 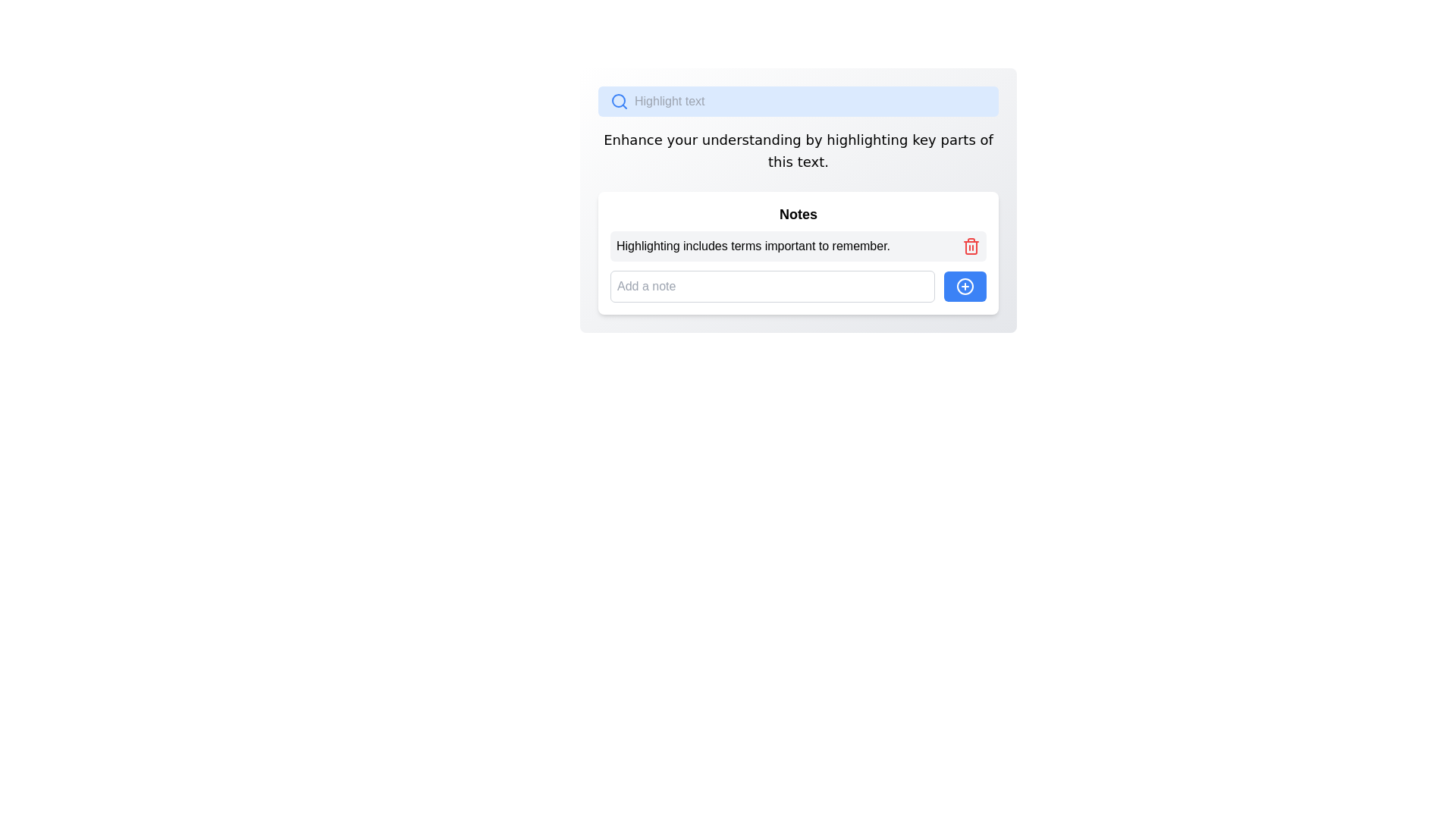 I want to click on the caret located between the letters 'r' and 'u' in the word 'your', so click(x=698, y=140).